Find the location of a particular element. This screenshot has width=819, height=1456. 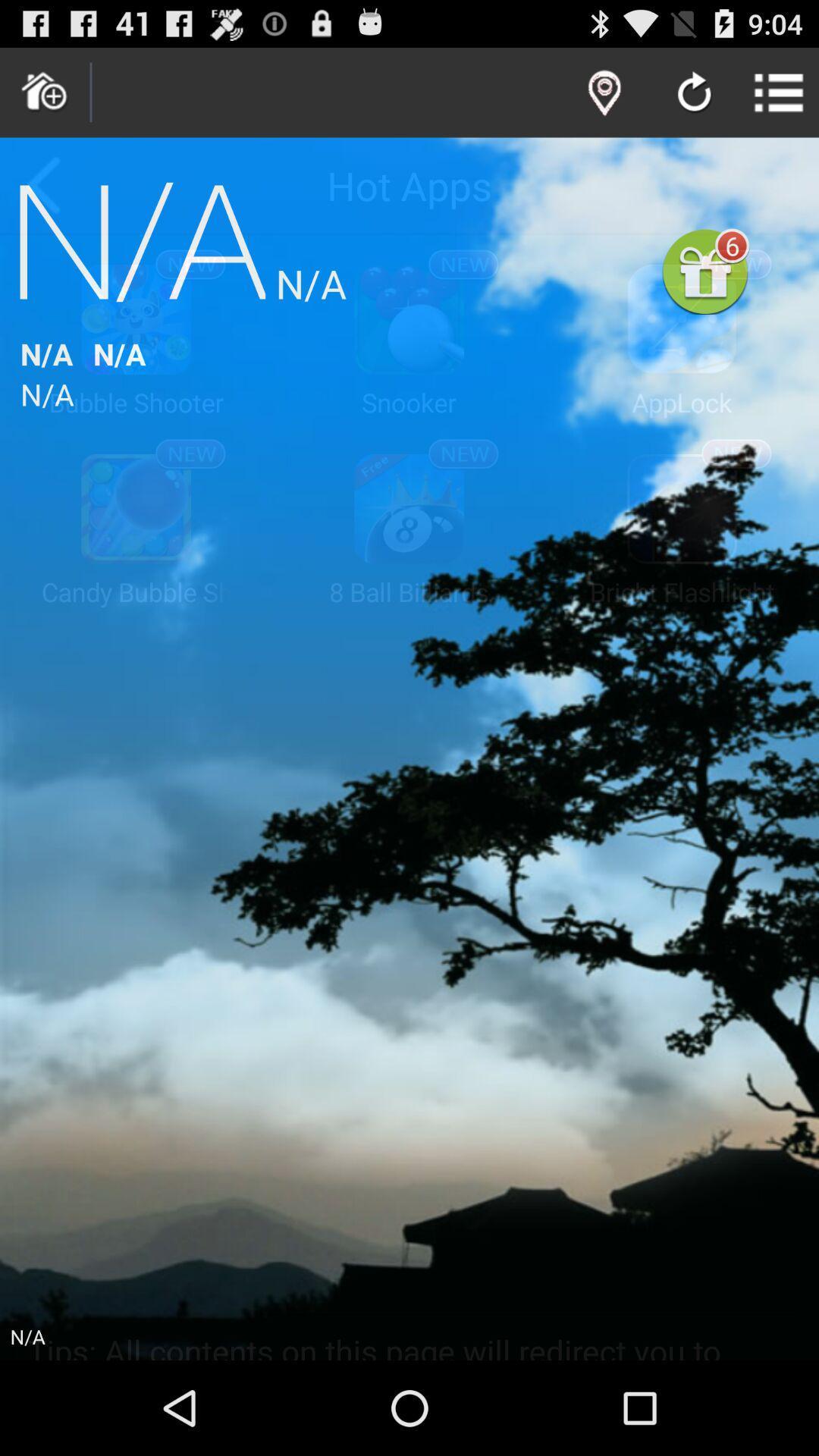

open options is located at coordinates (779, 92).